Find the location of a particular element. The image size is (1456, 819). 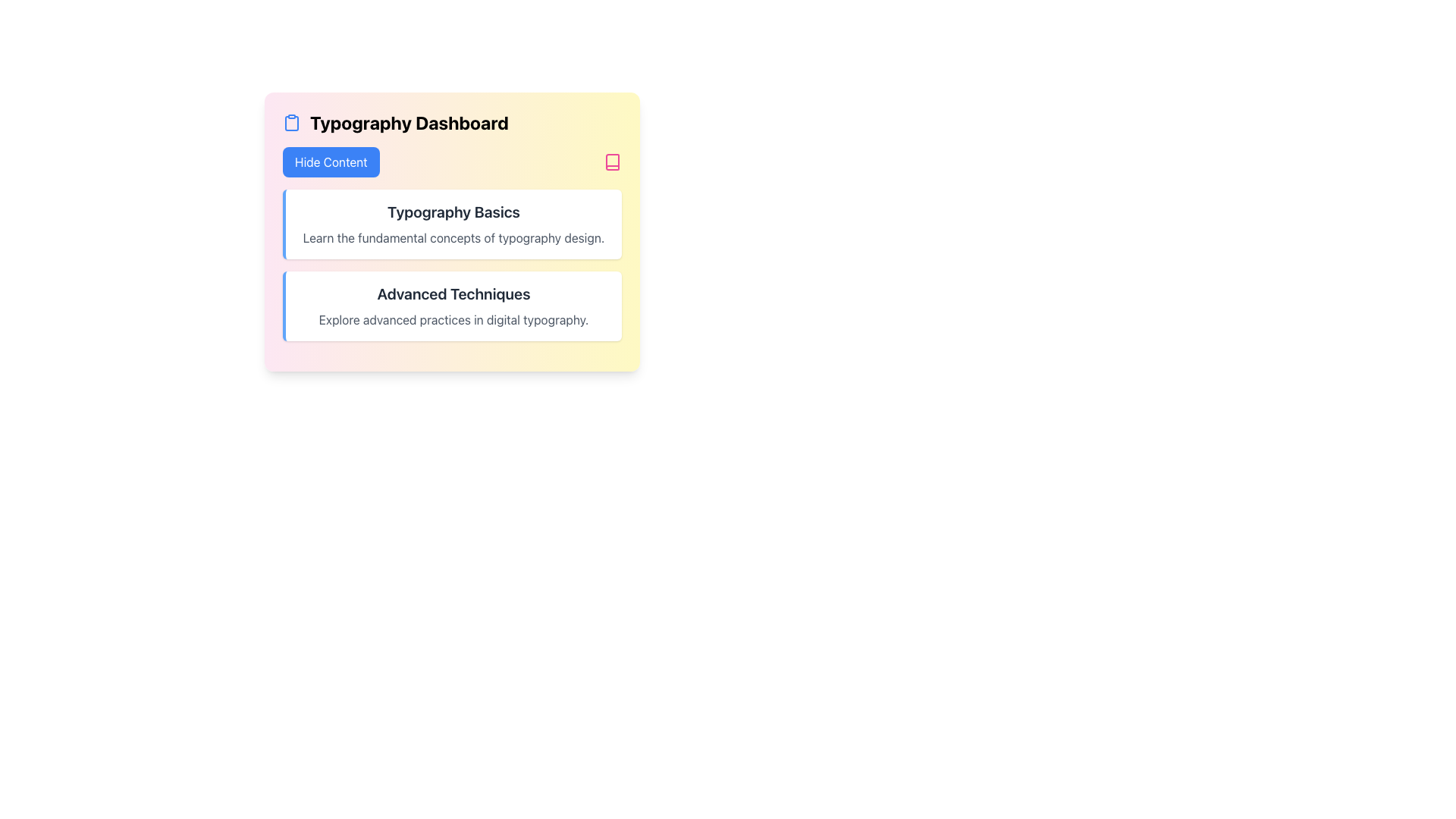

the Informative Section titled 'Typography Basics', which contains a subtitle about fundamental concepts of typography design is located at coordinates (451, 243).